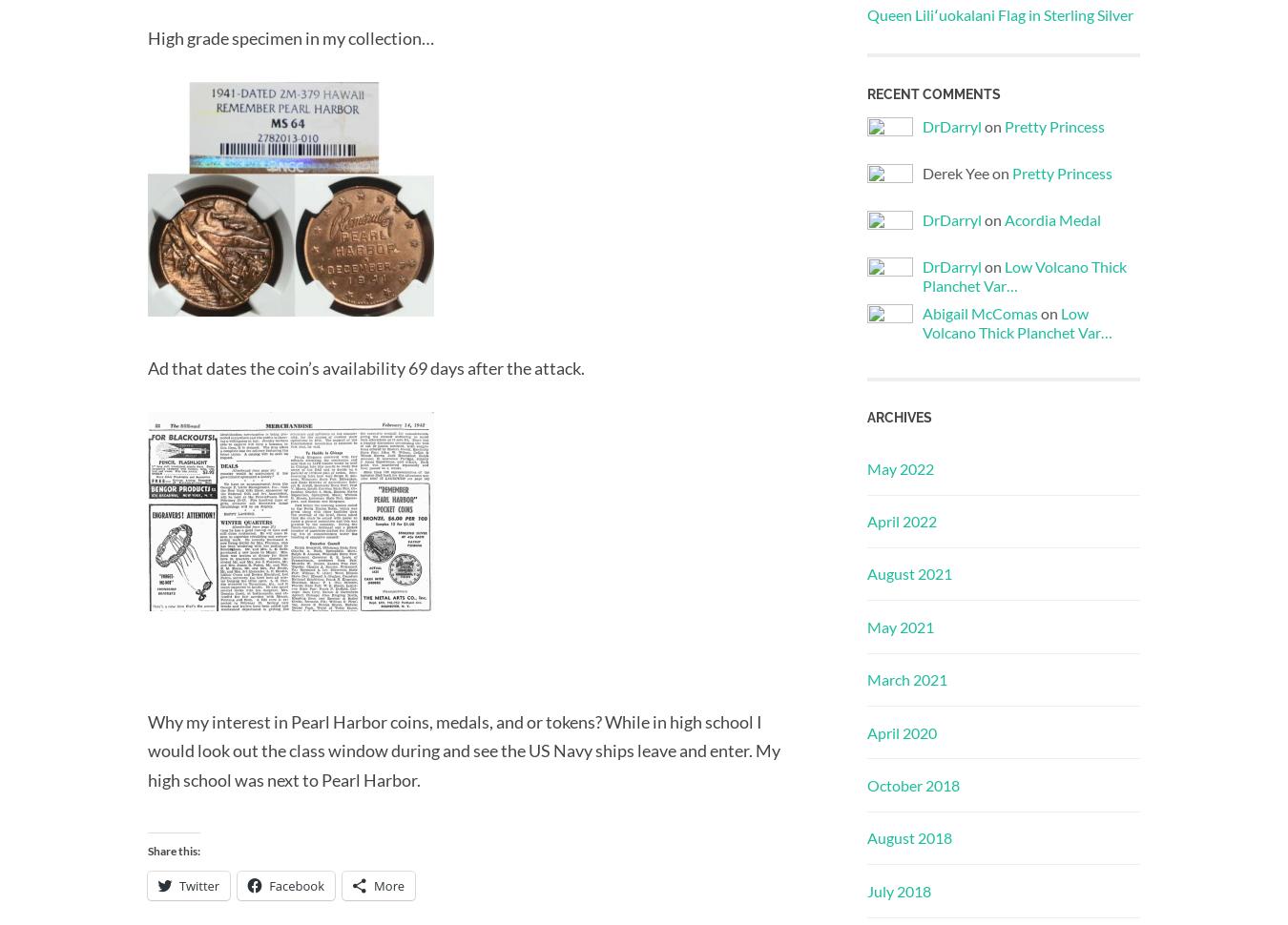 The height and width of the screenshot is (925, 1288). I want to click on 'October 2018', so click(912, 784).